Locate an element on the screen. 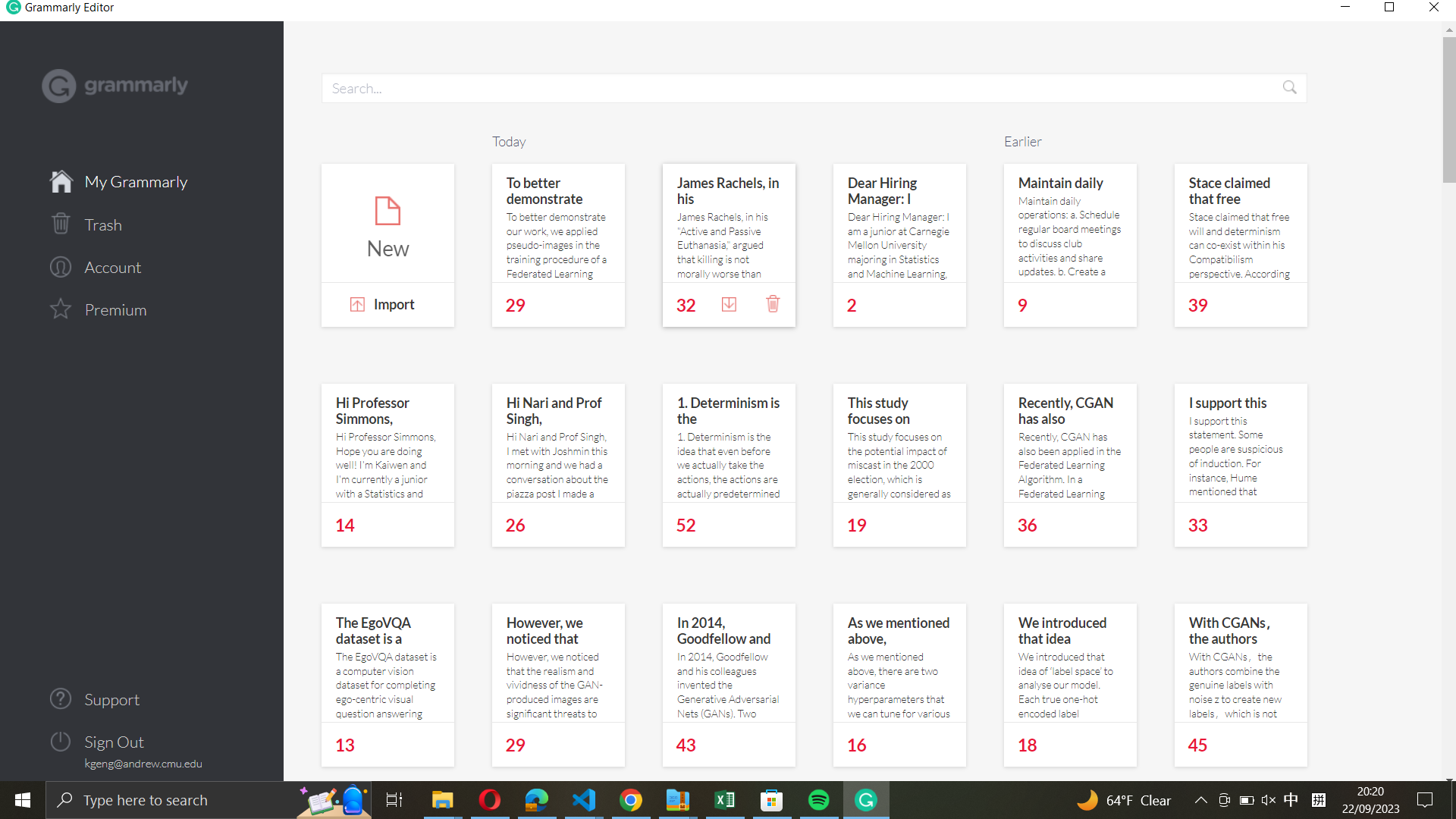  the document named "With CGANs, the authors" is located at coordinates (1241, 661).